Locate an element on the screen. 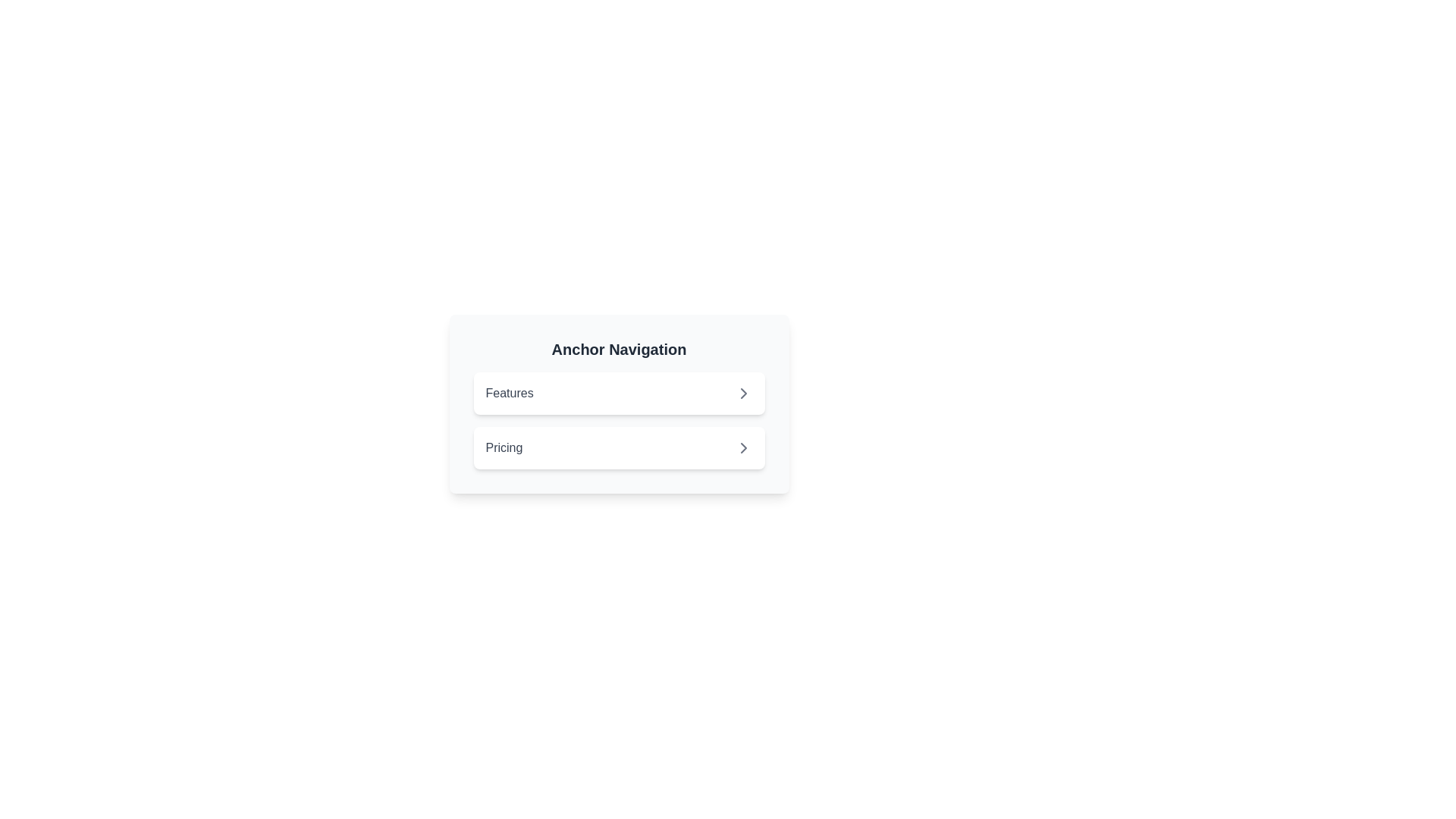  the chevron-right icon, which is a gray rightward arrow located at the far right of the 'Features' list item is located at coordinates (743, 393).